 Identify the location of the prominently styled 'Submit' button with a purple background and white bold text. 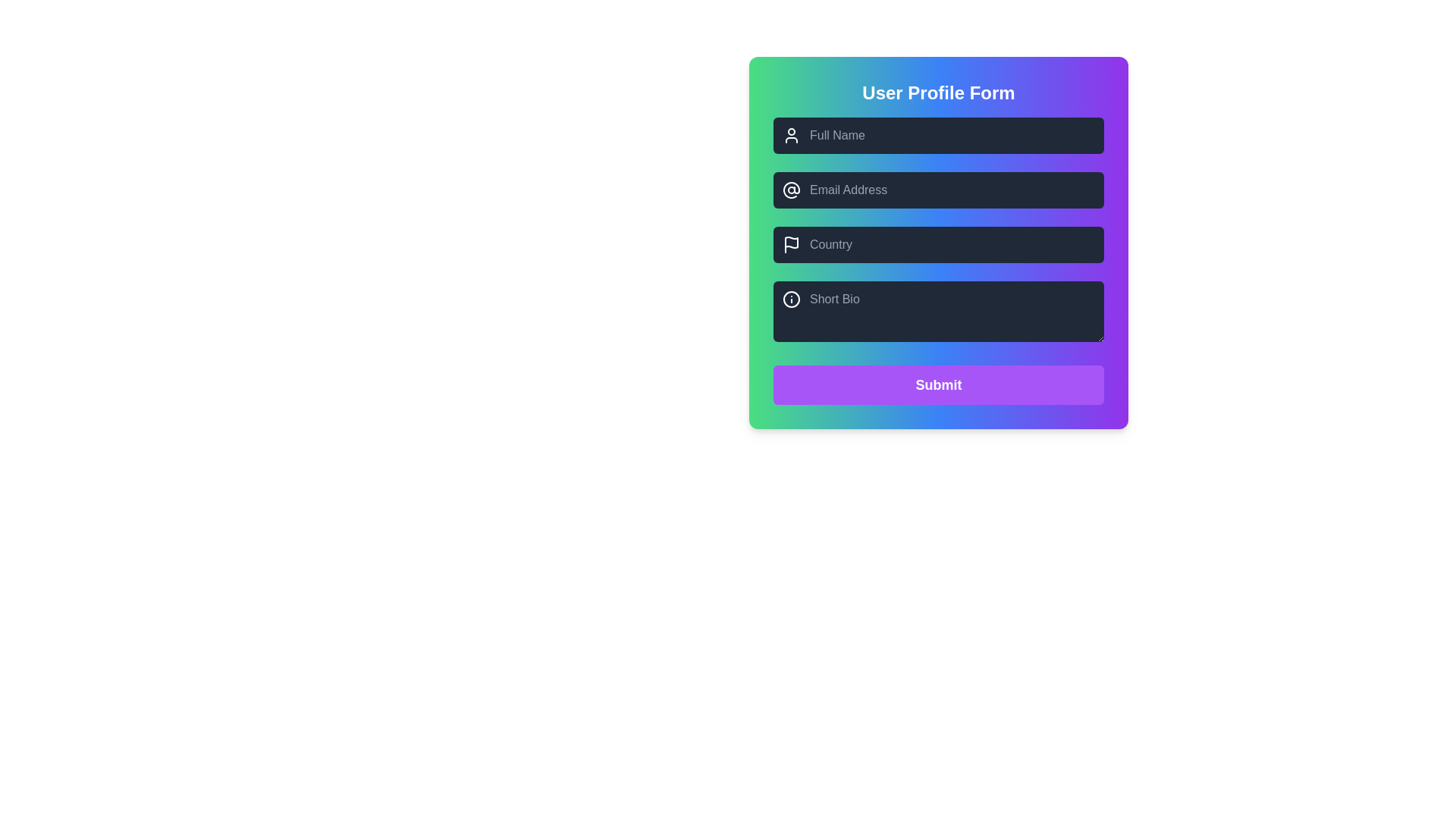
(938, 384).